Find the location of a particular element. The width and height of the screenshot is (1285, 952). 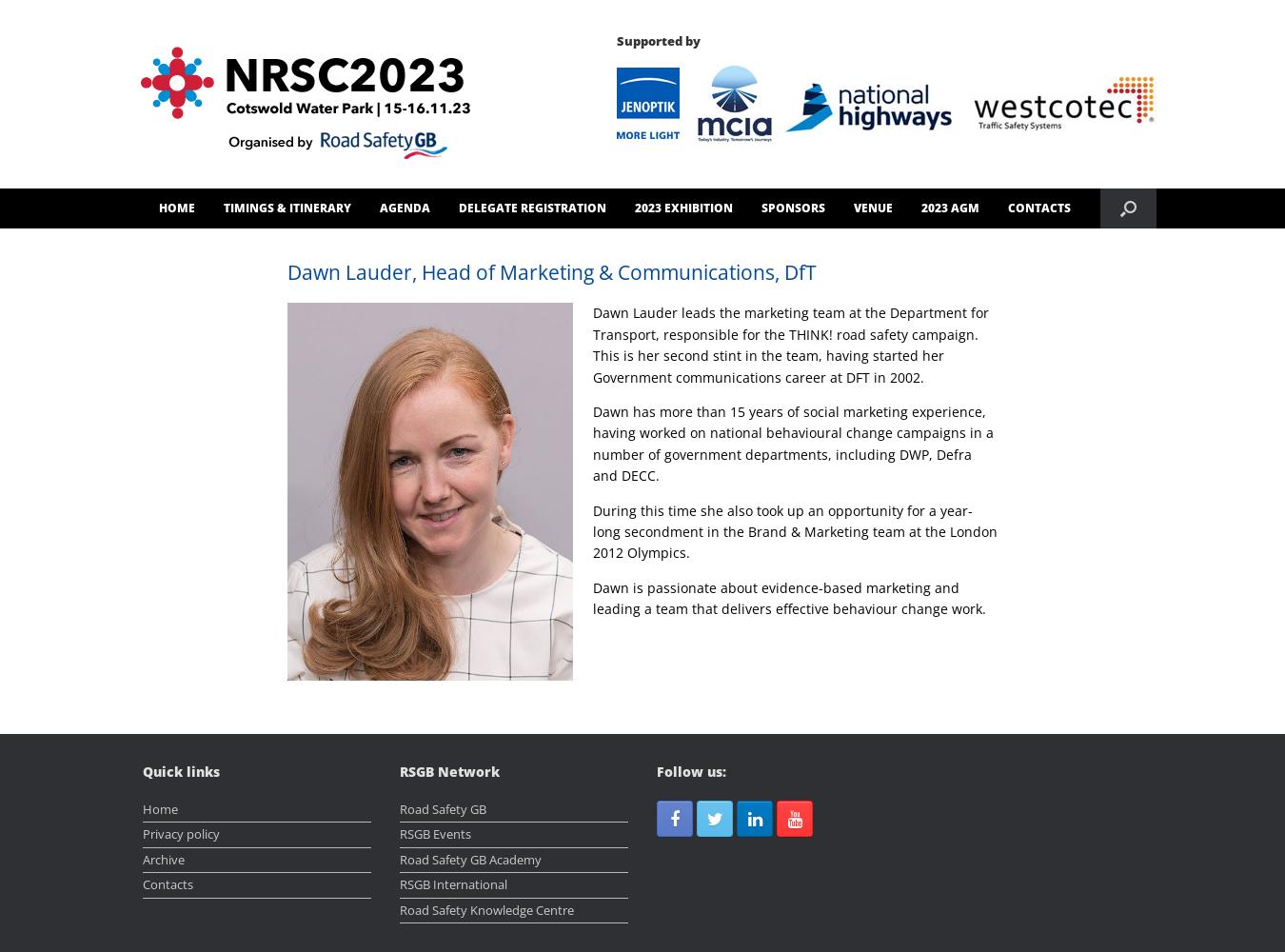

'Contacts' is located at coordinates (142, 884).